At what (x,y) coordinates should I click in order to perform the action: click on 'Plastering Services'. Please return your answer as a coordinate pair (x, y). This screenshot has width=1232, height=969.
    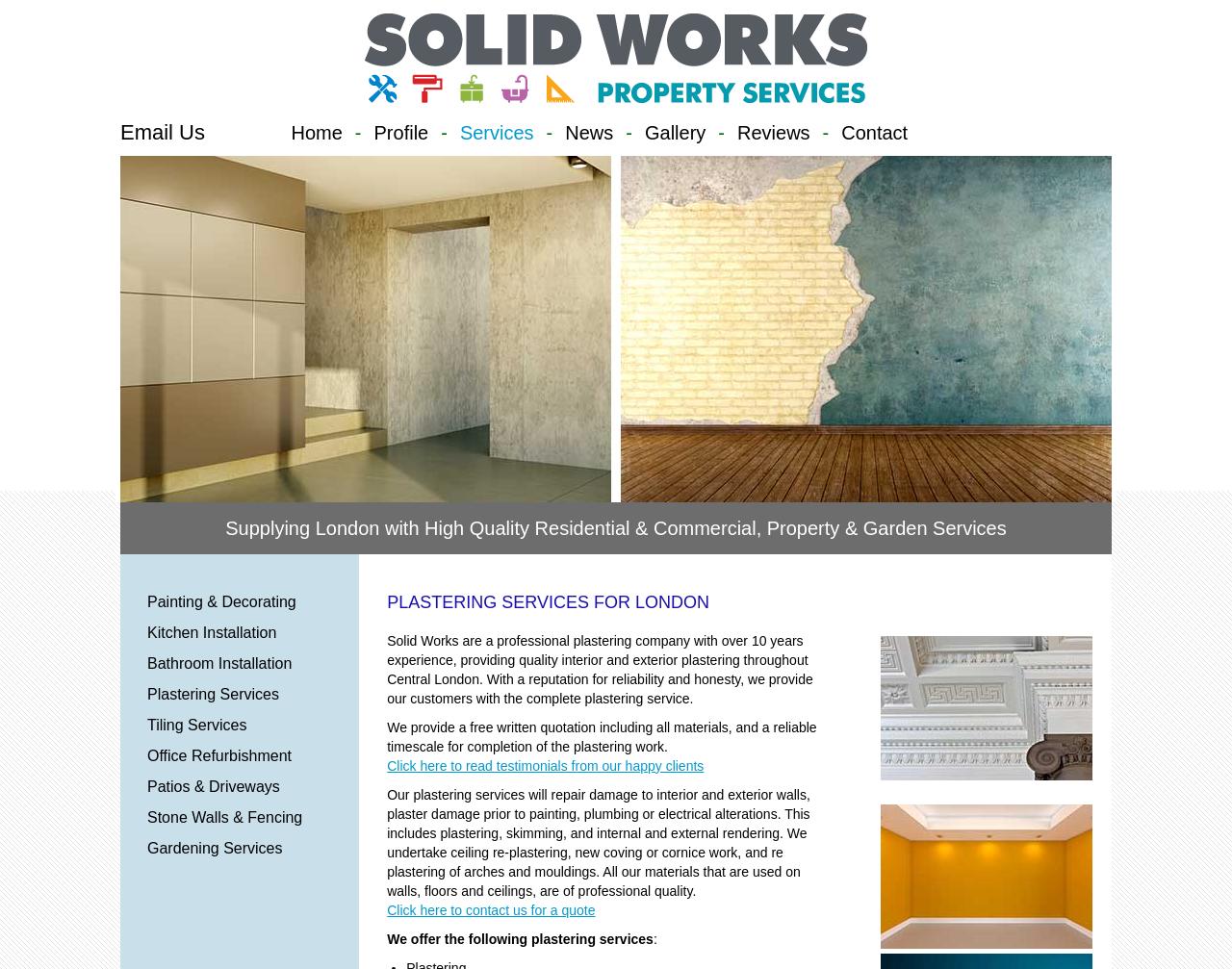
    Looking at the image, I should click on (213, 693).